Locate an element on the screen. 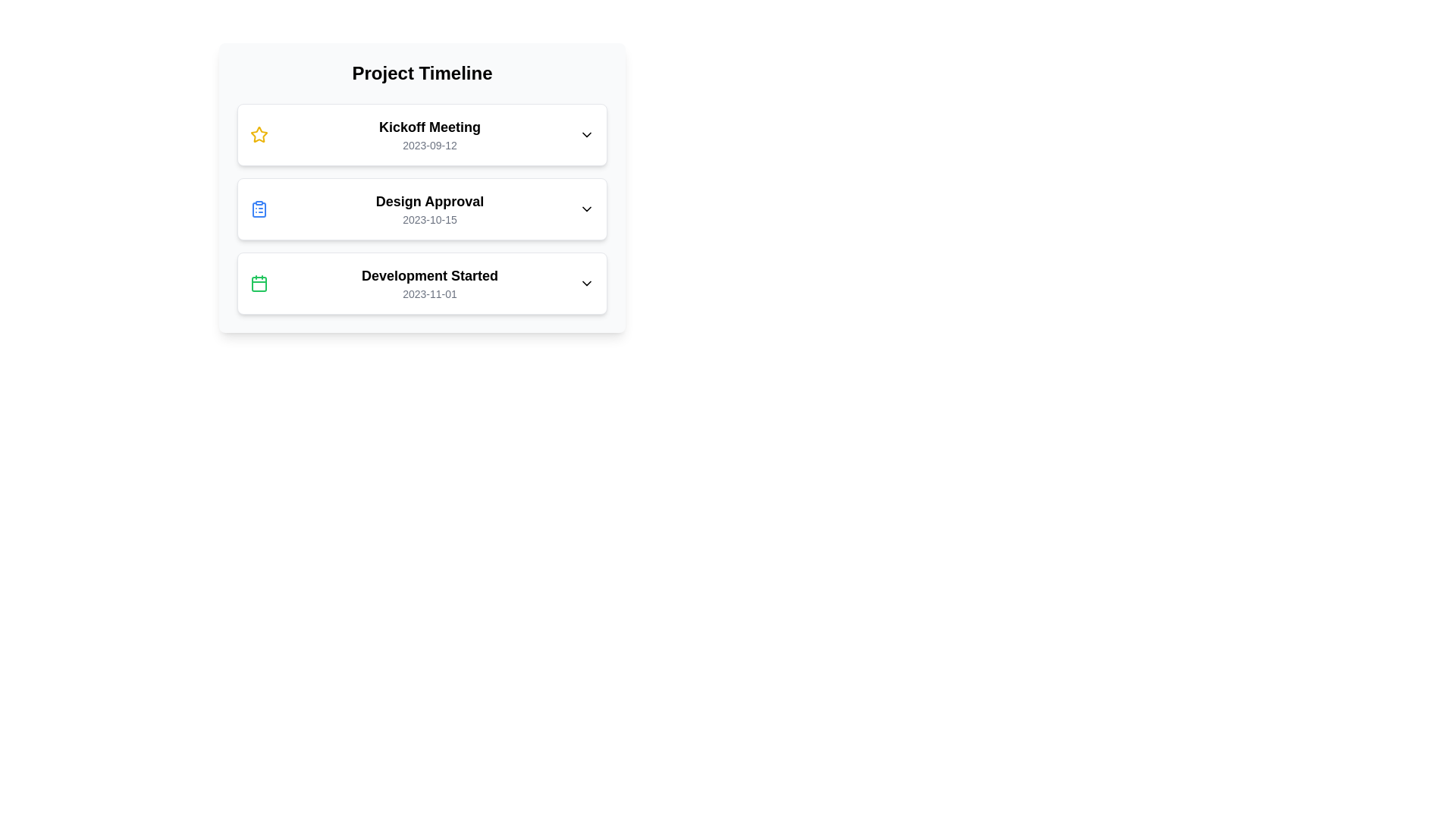 The image size is (1456, 819). the graphical part of the calendar icon located towards the bottom left in the third row of elements, next to 'Development Started' is located at coordinates (259, 284).